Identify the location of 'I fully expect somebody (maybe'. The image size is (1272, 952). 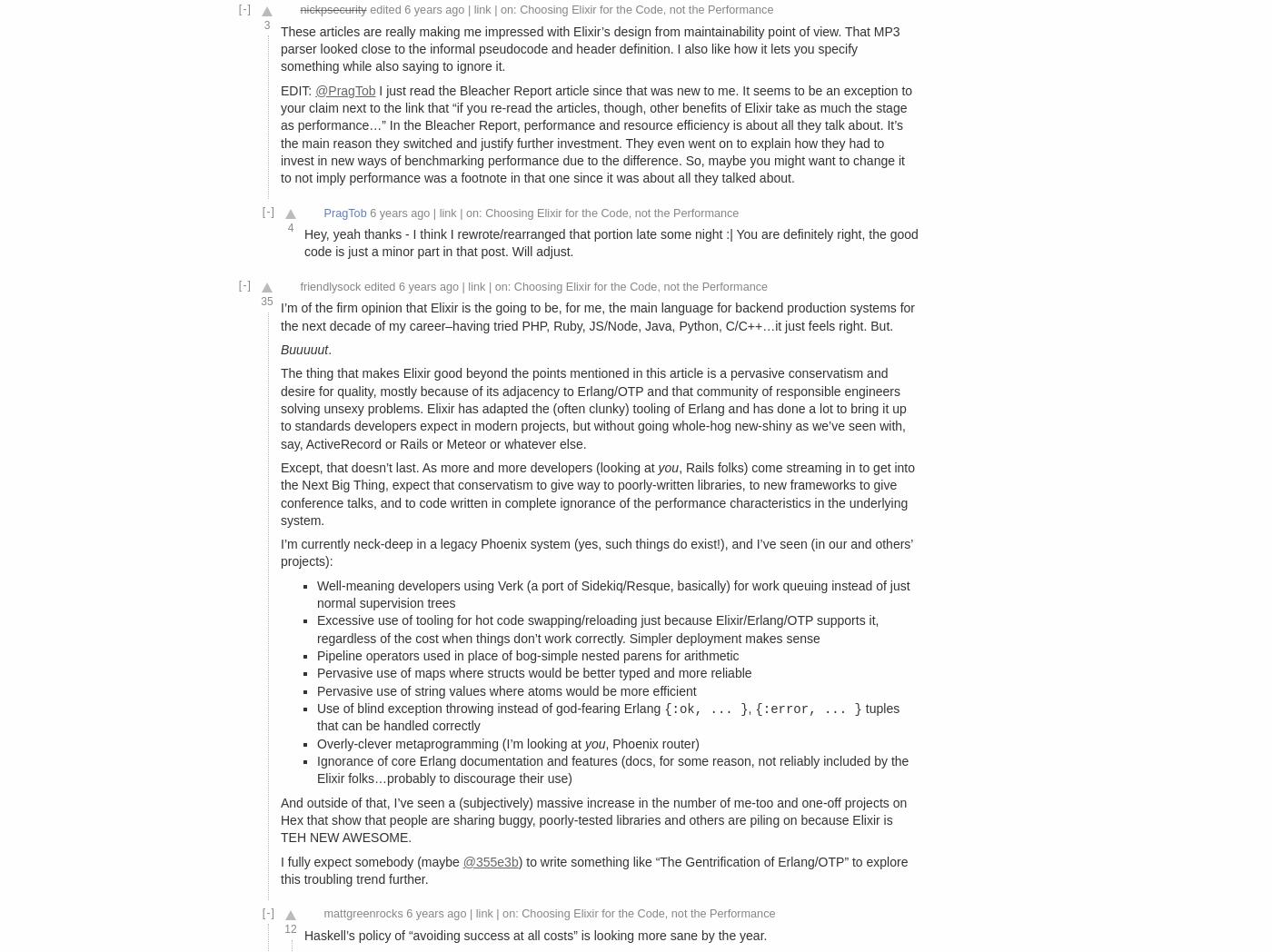
(371, 861).